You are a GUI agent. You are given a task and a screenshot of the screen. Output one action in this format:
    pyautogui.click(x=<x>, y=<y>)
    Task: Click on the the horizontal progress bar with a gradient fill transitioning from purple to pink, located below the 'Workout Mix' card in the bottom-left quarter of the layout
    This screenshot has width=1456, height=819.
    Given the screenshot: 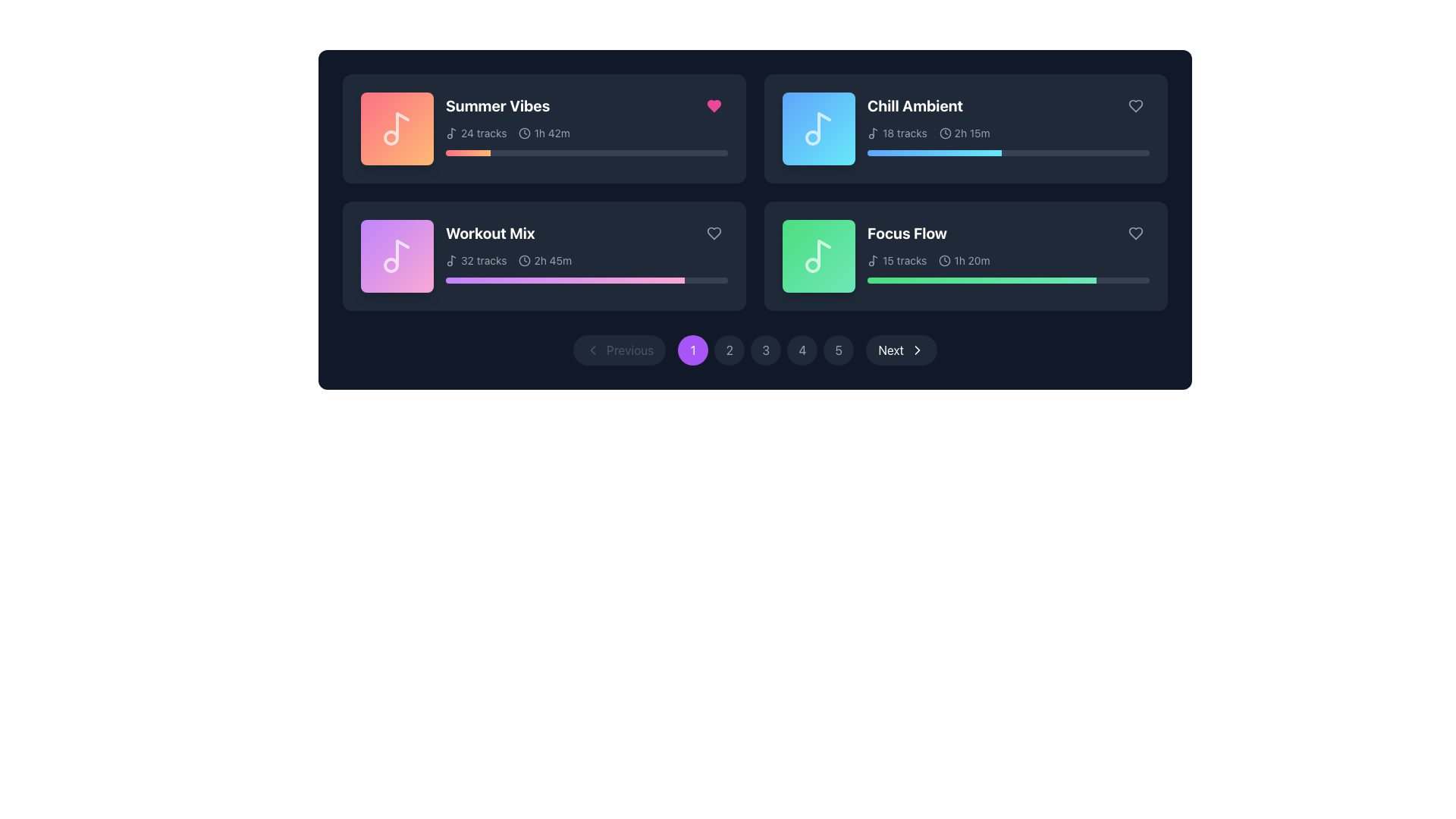 What is the action you would take?
    pyautogui.click(x=564, y=281)
    